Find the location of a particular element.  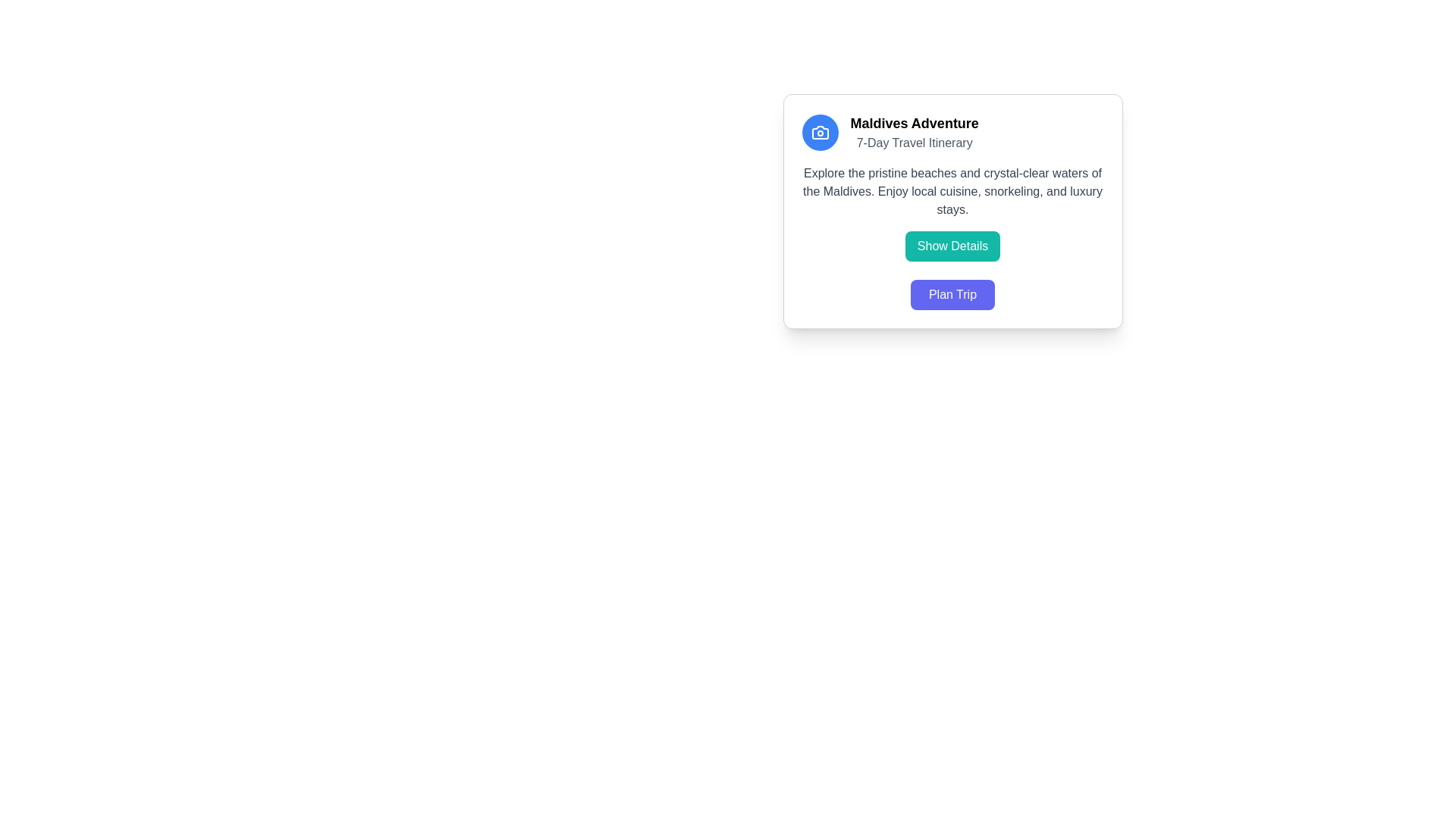

Header or Title text 'Maldives Adventure 7-Day Travel Itinerary' located at the top center of the content card, which serves as the main descriptor of the card's topic is located at coordinates (914, 122).